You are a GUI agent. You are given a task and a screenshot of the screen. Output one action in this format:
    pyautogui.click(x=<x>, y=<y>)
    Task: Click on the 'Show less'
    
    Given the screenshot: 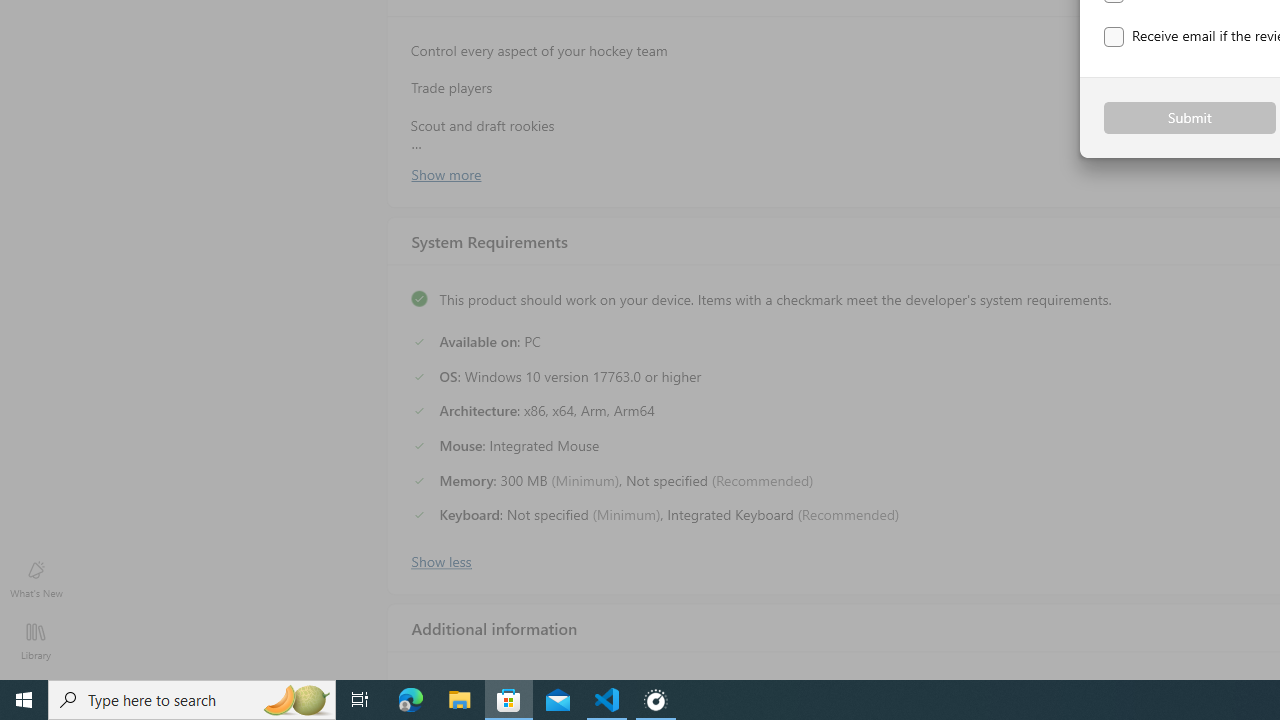 What is the action you would take?
    pyautogui.click(x=439, y=559)
    